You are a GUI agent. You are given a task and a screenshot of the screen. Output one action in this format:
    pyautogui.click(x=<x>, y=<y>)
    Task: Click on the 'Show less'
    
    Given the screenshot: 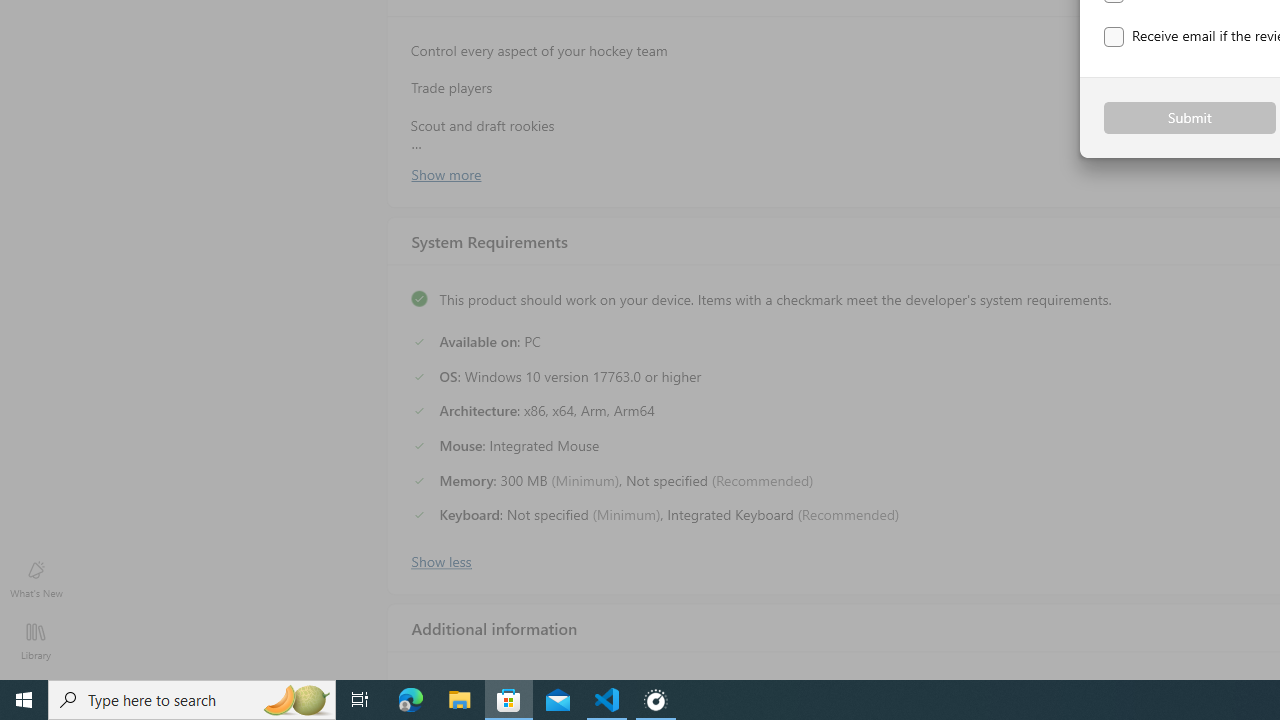 What is the action you would take?
    pyautogui.click(x=439, y=559)
    